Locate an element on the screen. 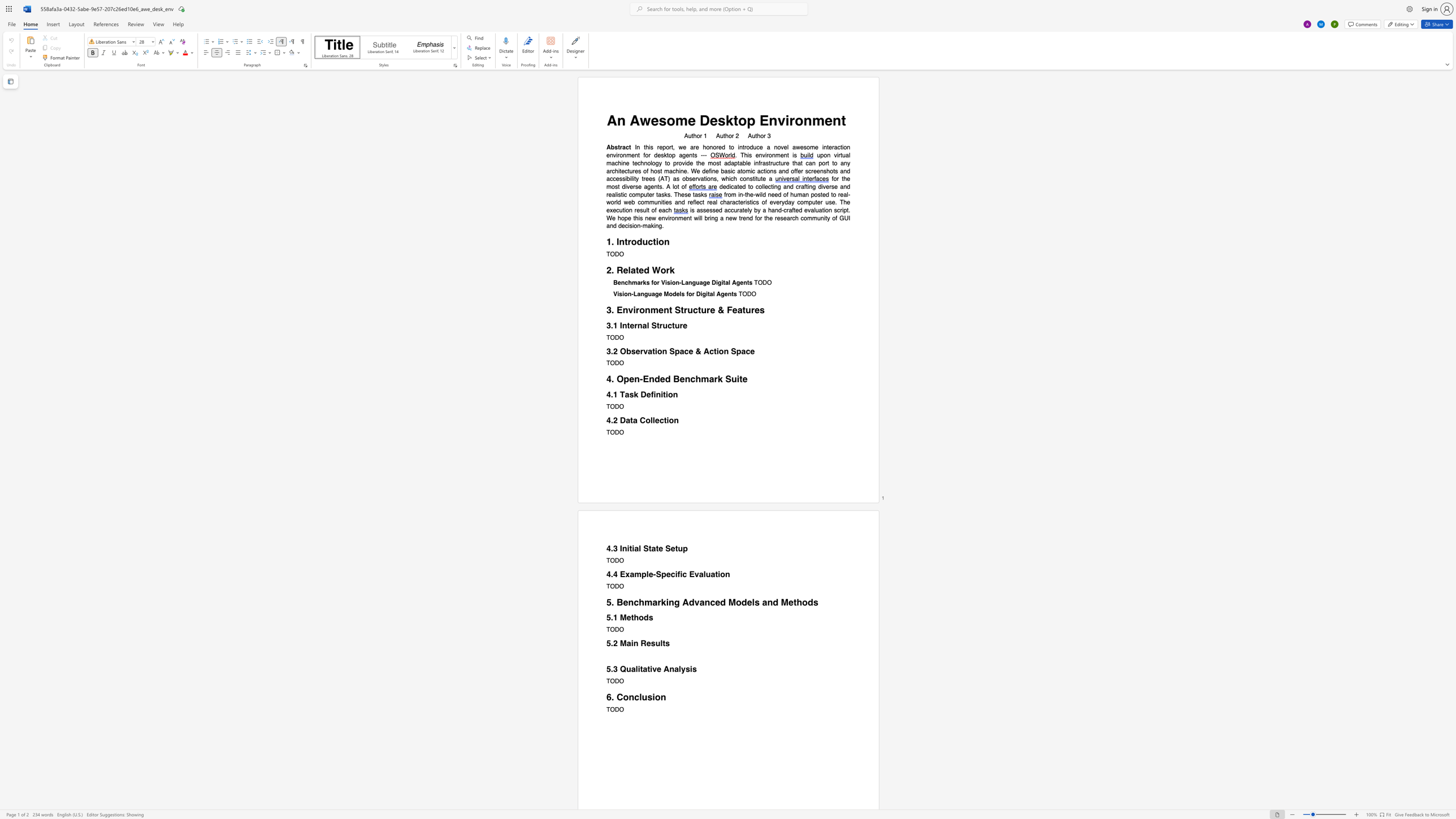 The height and width of the screenshot is (819, 1456). the space between the continuous character "a" and "s" in the text is located at coordinates (699, 210).